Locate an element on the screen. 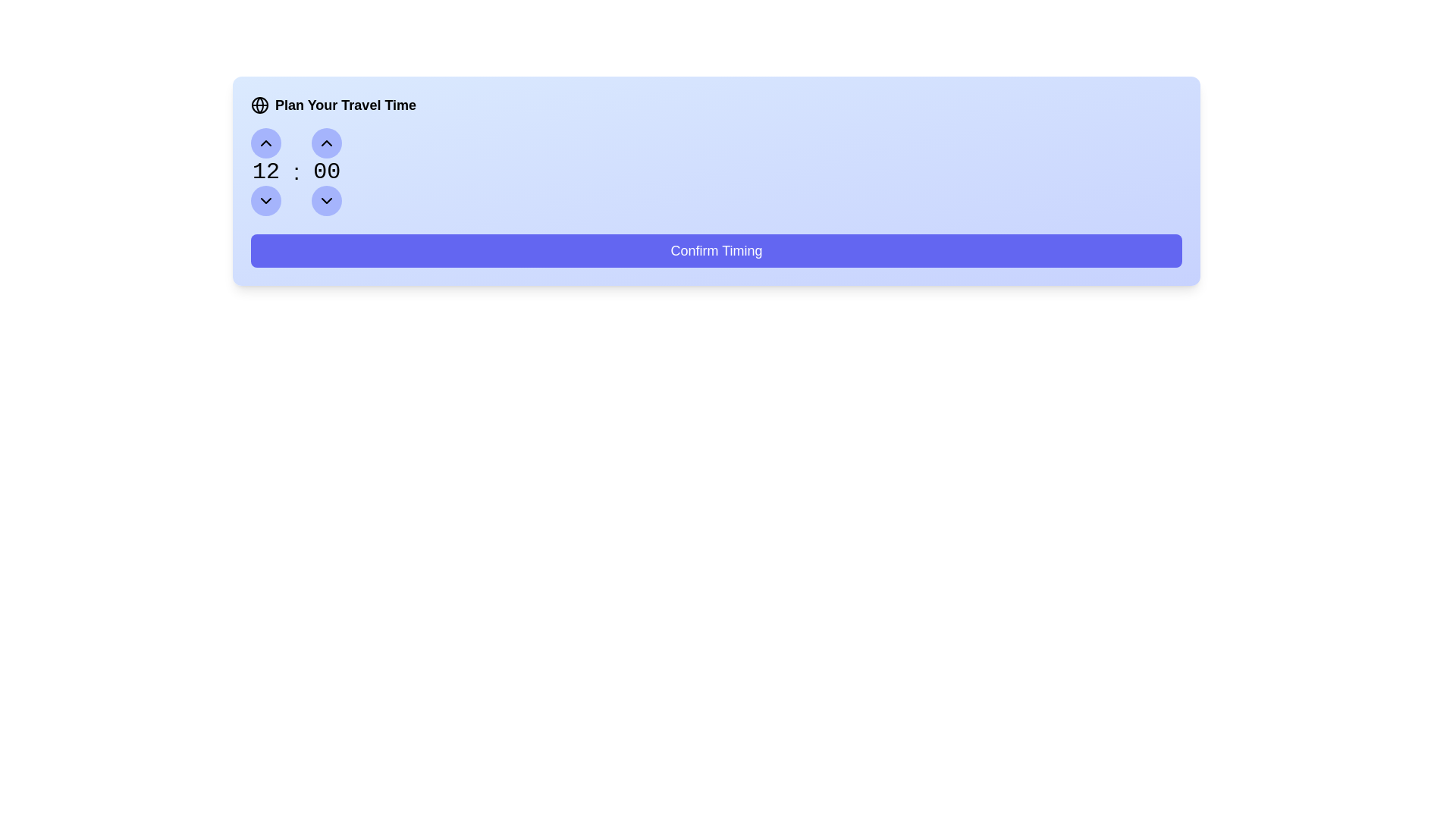 This screenshot has width=1456, height=819. the text display field that shows the hour selection '12' in the time picker component, positioned between the upward chevron and downward chevron buttons is located at coordinates (265, 171).